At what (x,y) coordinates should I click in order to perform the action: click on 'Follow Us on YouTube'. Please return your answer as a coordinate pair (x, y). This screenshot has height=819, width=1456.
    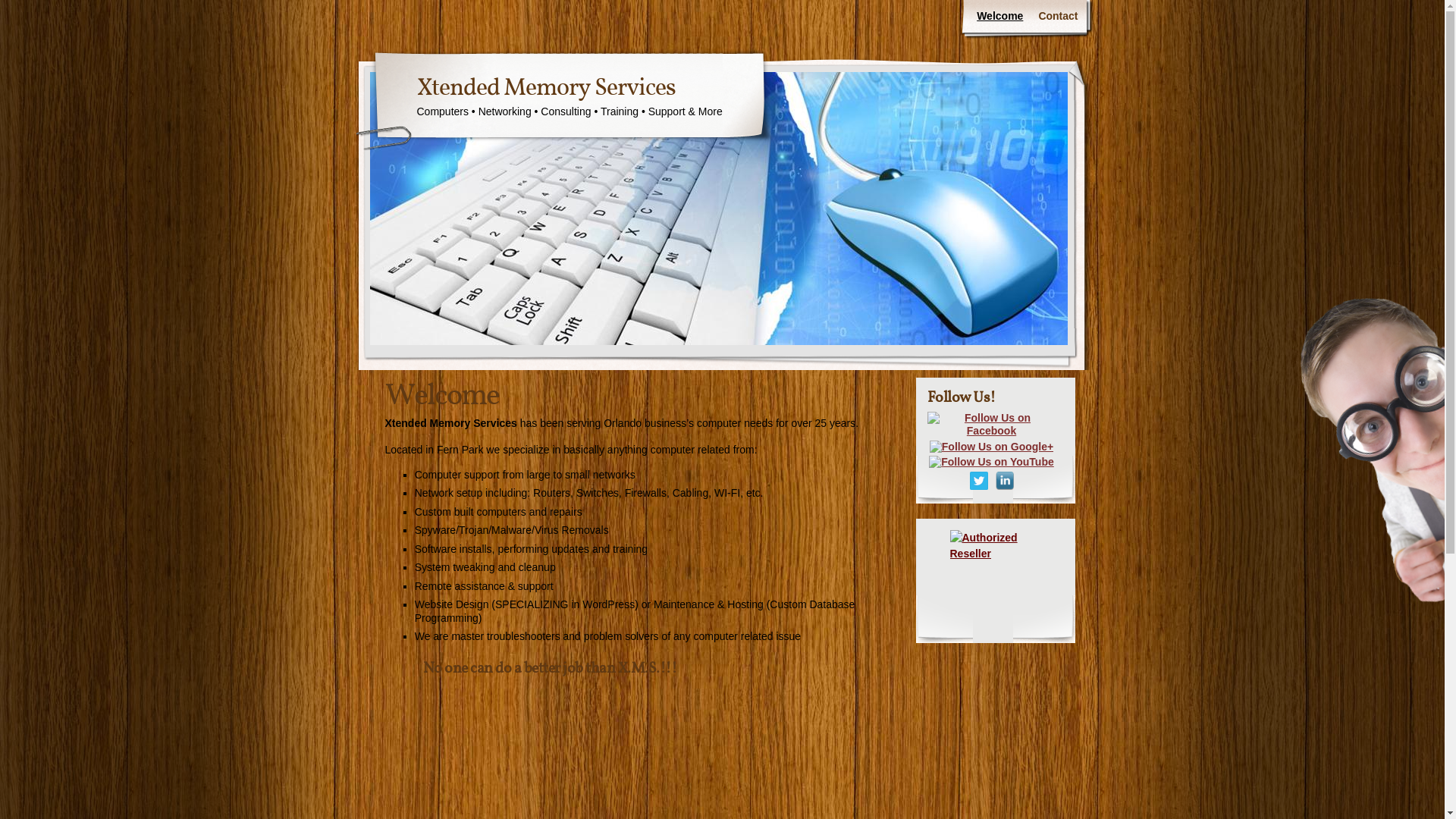
    Looking at the image, I should click on (991, 461).